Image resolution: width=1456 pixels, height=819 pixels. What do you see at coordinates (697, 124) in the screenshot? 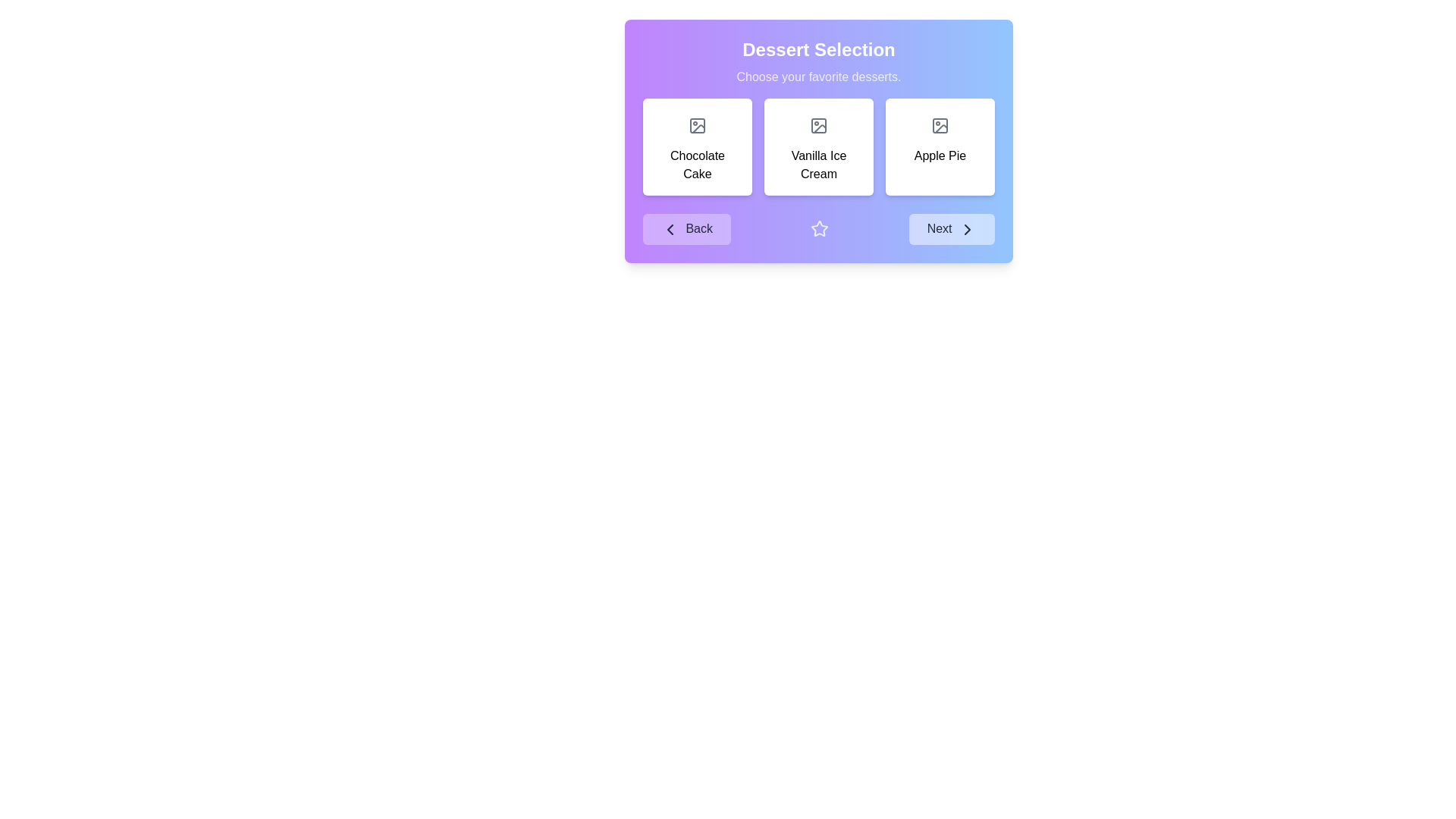
I see `the graphical icon representing the placeholder image for 'Chocolate Cake' located in the first card of the dessert selection interface` at bounding box center [697, 124].